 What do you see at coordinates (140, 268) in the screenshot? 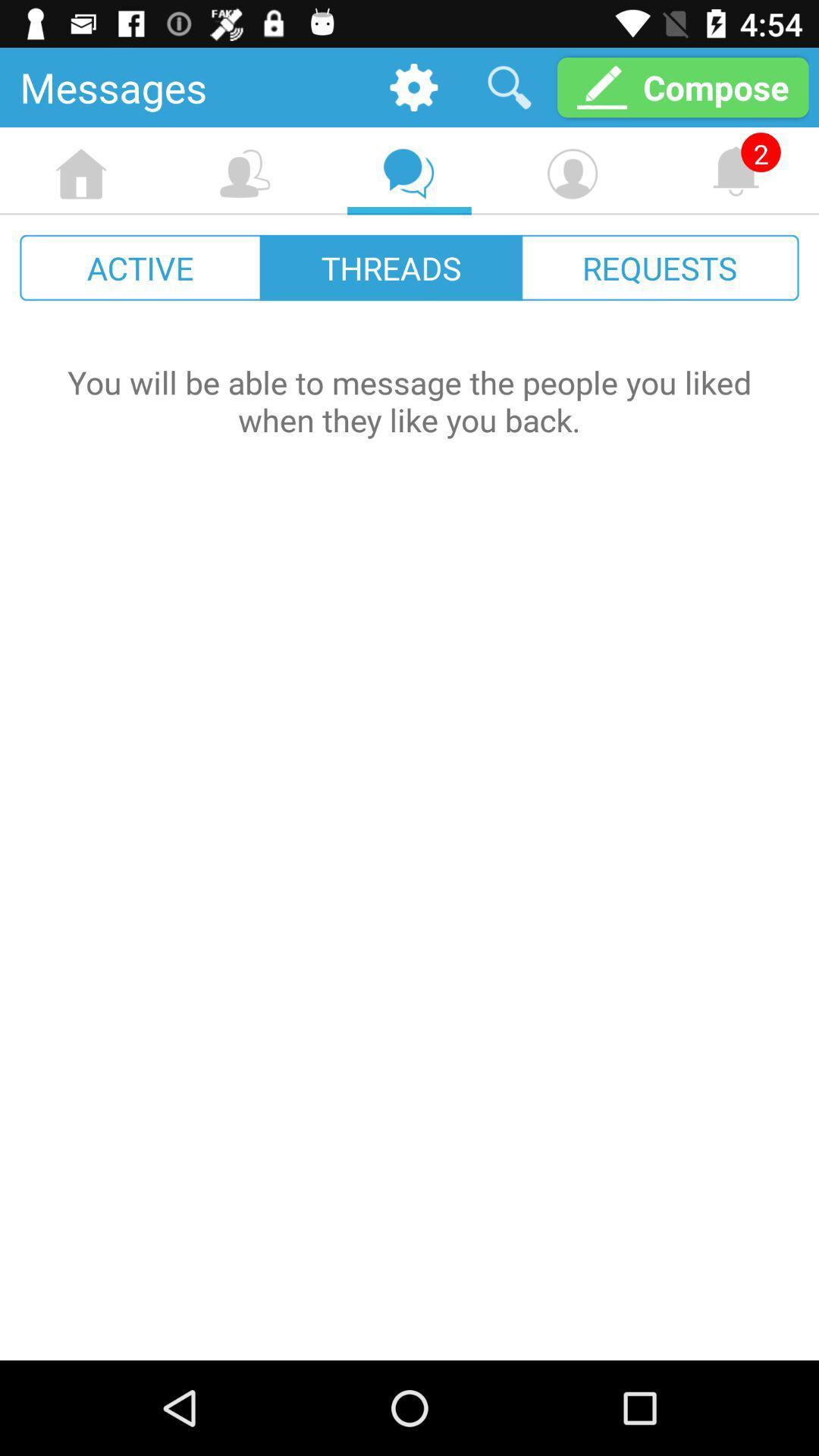
I see `icon to the left of the threads icon` at bounding box center [140, 268].